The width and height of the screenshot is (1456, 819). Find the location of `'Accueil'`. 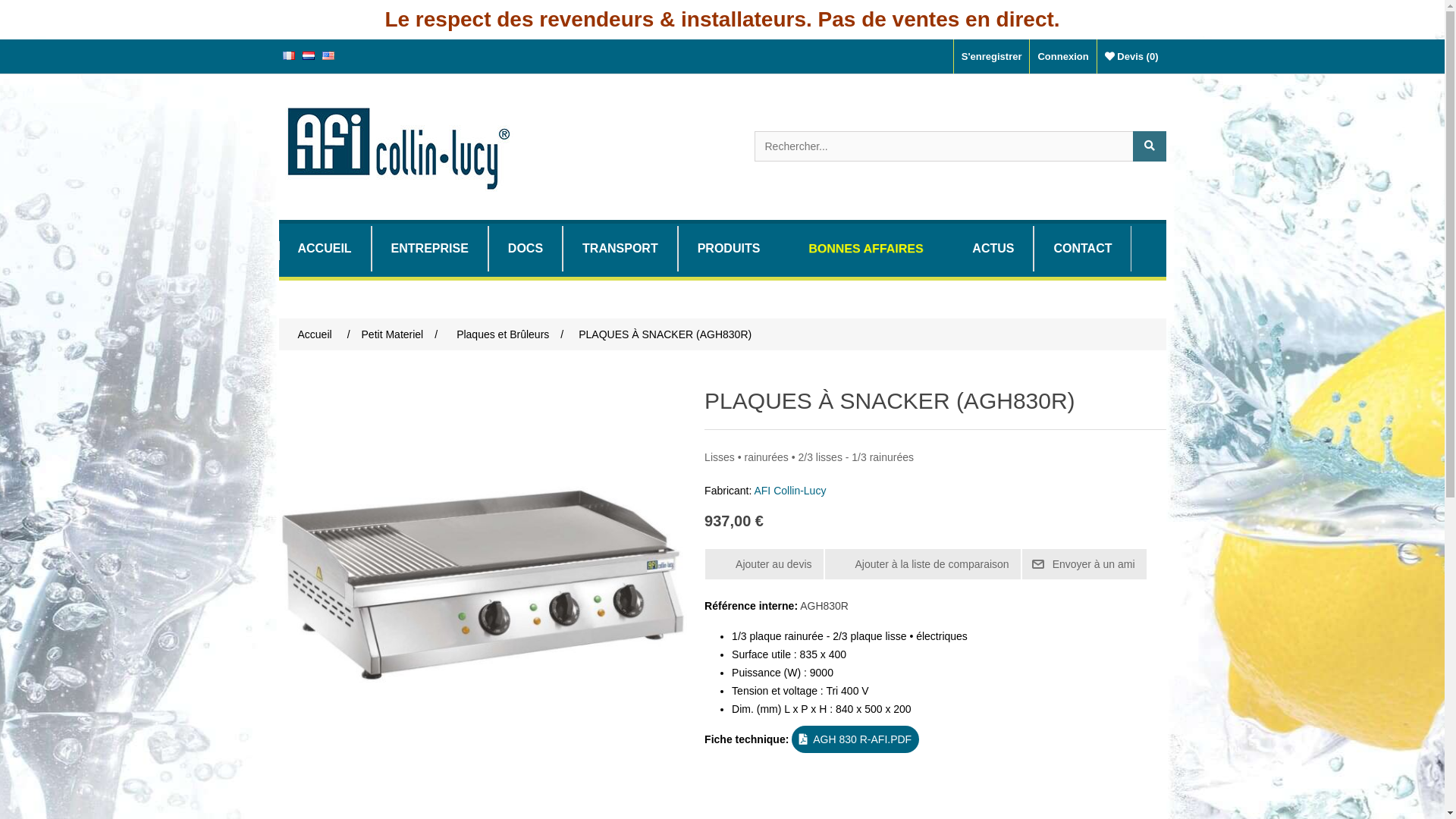

'Accueil' is located at coordinates (314, 333).